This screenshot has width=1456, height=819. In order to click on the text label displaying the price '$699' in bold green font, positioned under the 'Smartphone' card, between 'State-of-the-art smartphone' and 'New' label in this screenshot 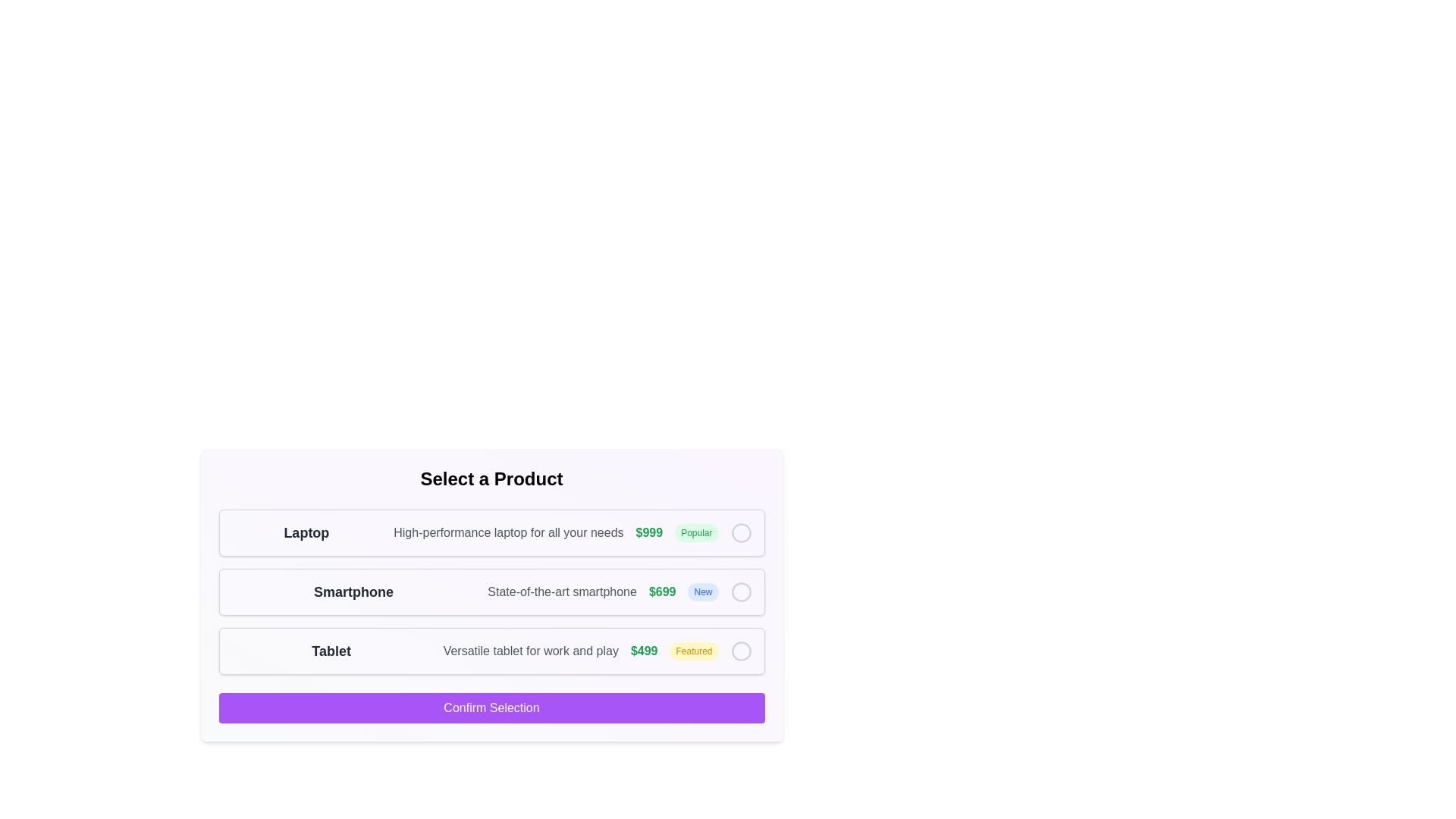, I will do `click(662, 591)`.